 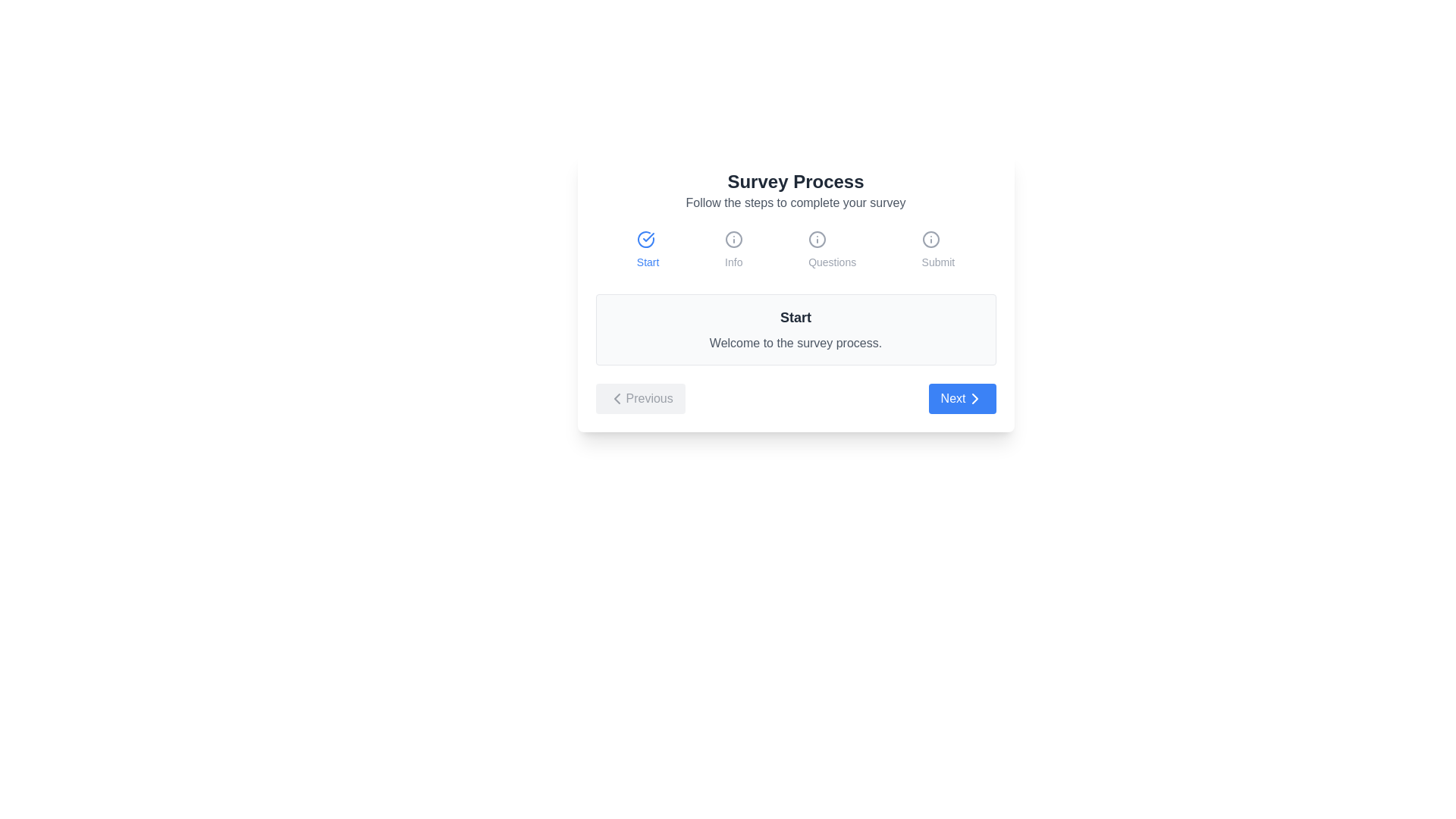 What do you see at coordinates (974, 397) in the screenshot?
I see `the right-pointing chevron icon located to the right of the 'Next' button in the survey navigation interface` at bounding box center [974, 397].